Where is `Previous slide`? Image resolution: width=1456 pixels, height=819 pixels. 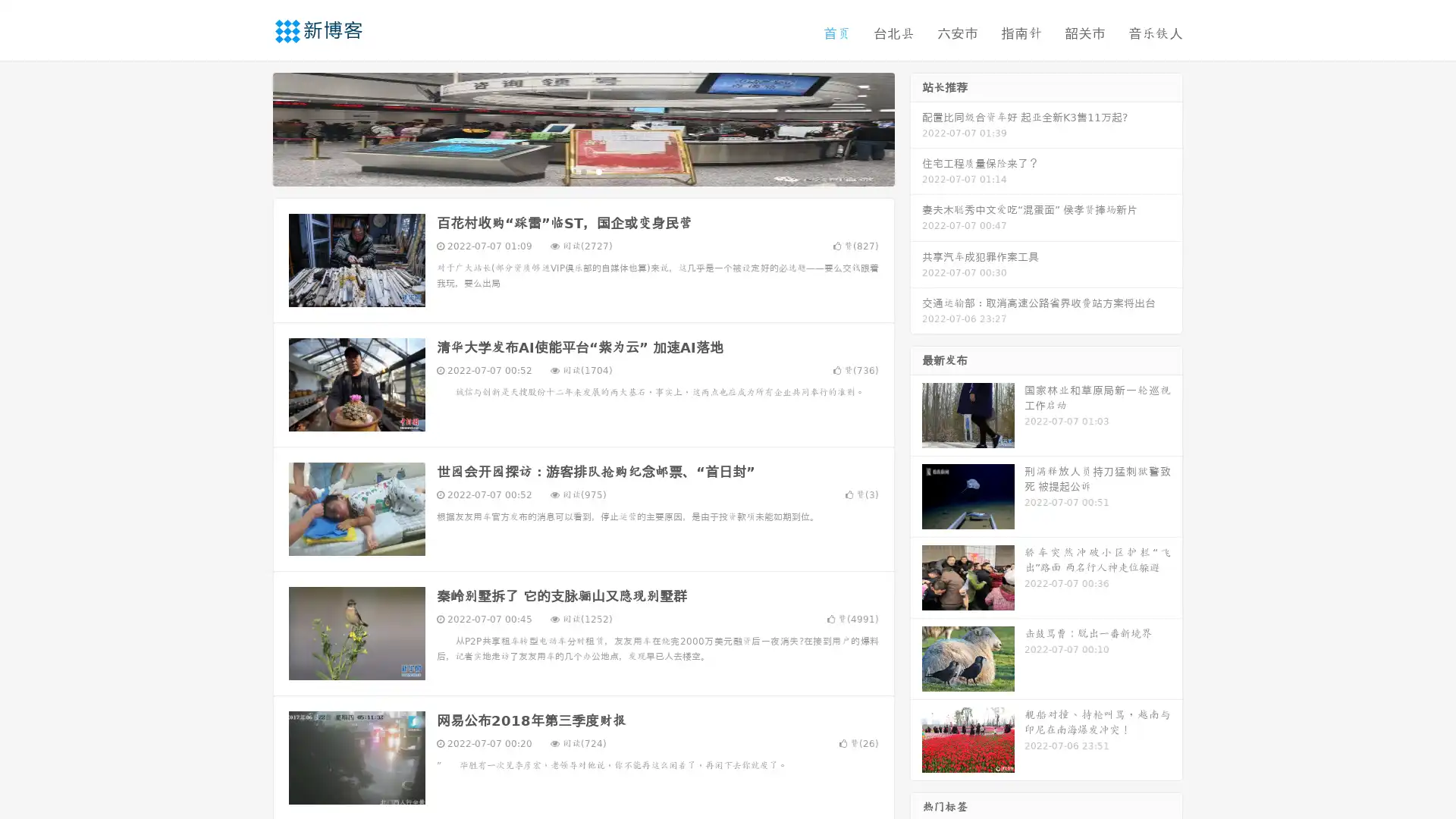
Previous slide is located at coordinates (250, 127).